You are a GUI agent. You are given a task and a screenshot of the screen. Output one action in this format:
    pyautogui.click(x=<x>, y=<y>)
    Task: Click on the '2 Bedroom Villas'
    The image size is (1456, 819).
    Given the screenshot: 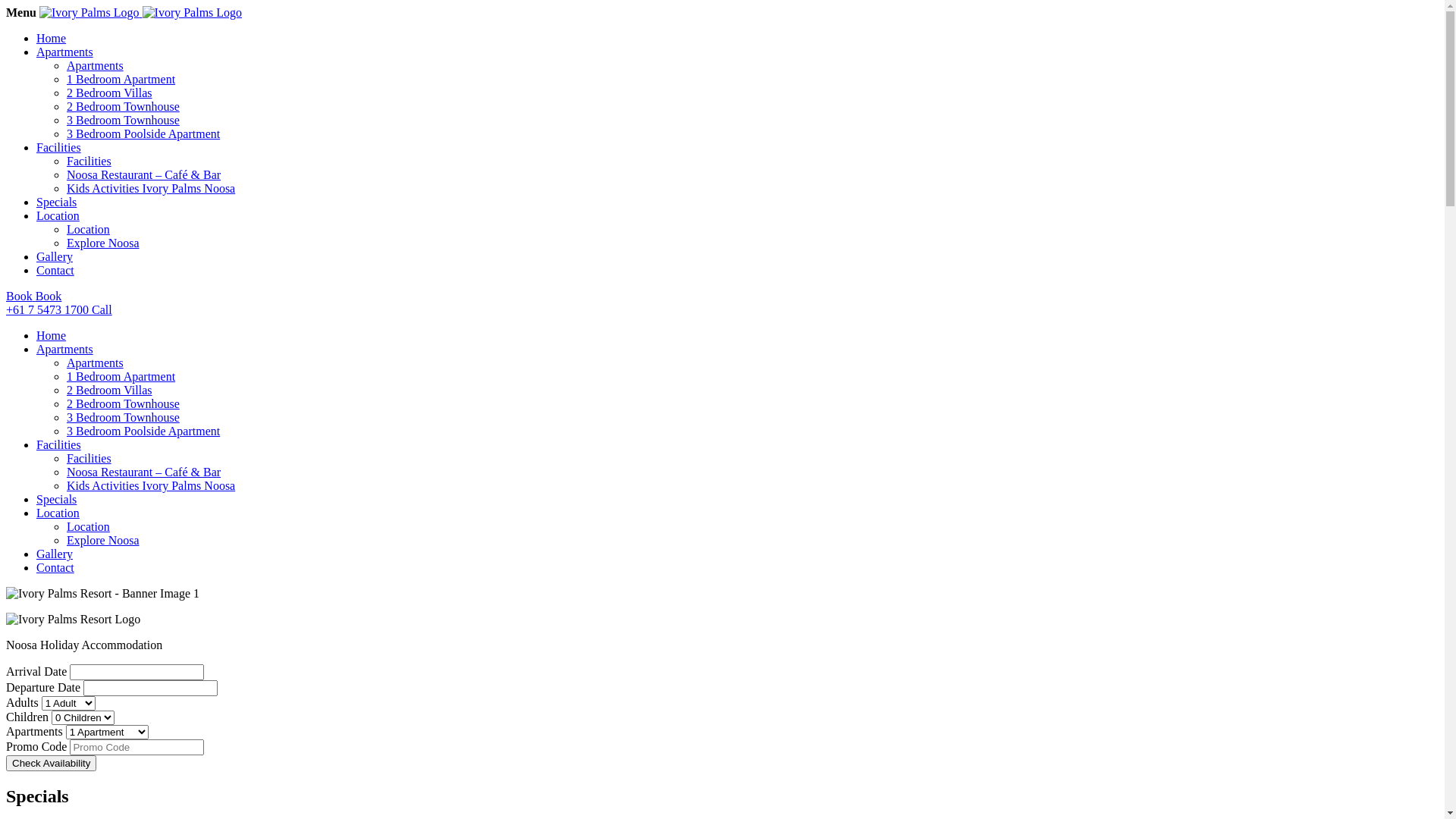 What is the action you would take?
    pyautogui.click(x=65, y=389)
    